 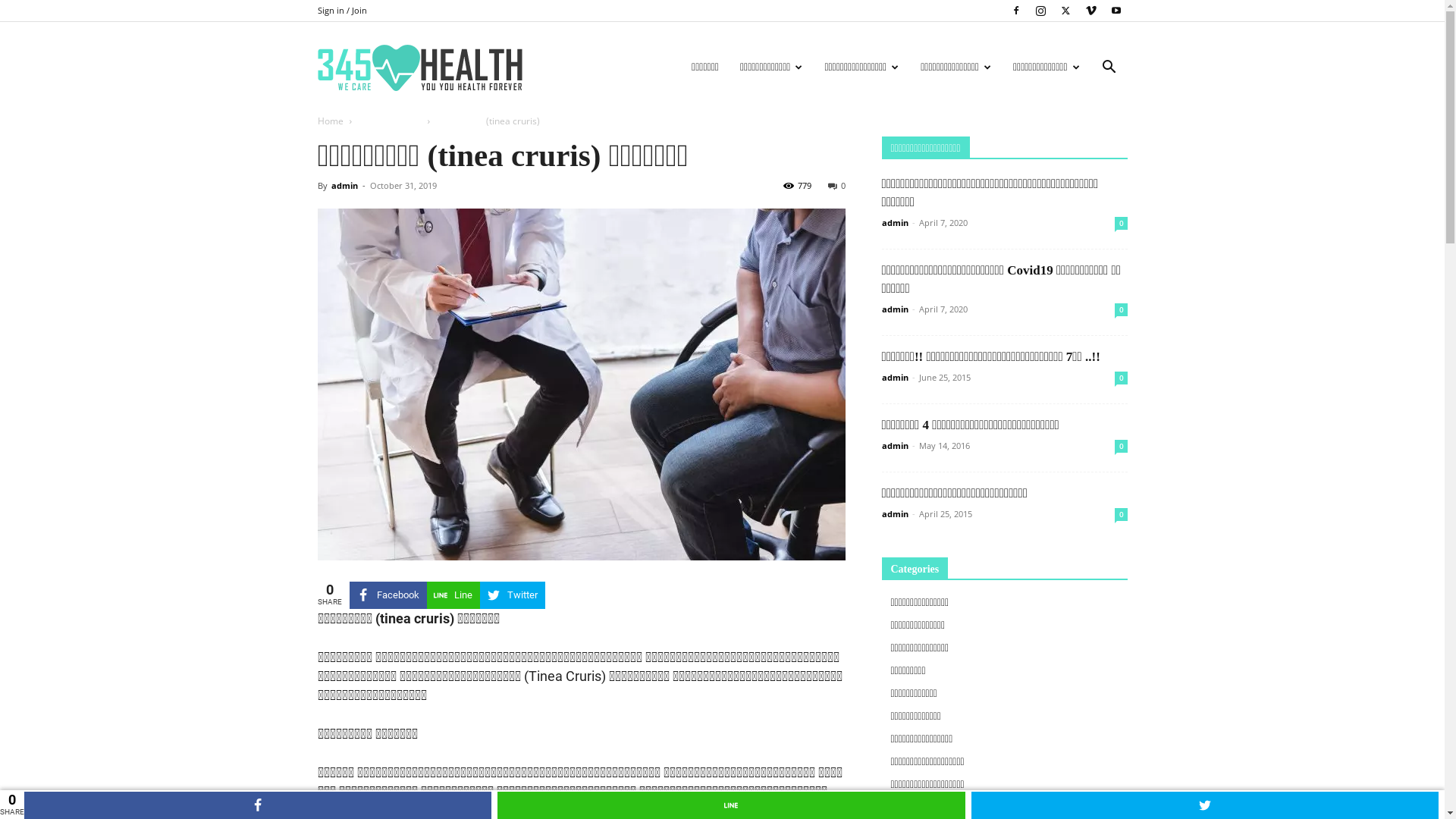 What do you see at coordinates (343, 184) in the screenshot?
I see `'admin'` at bounding box center [343, 184].